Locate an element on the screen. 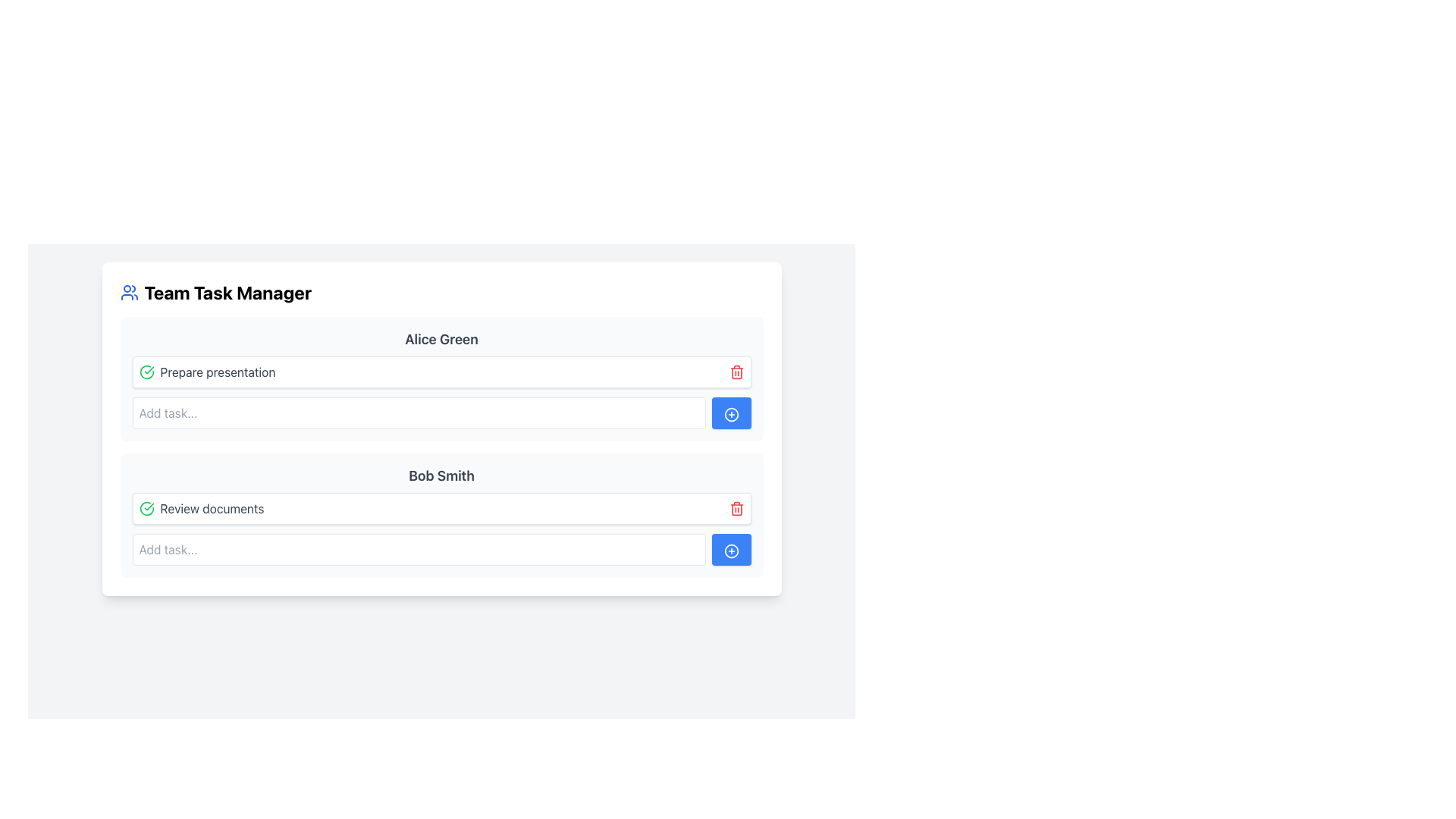 This screenshot has height=819, width=1456. the input field of the composite component located under the label 'Alice Green' with placeholder text 'Add task...' is located at coordinates (441, 413).